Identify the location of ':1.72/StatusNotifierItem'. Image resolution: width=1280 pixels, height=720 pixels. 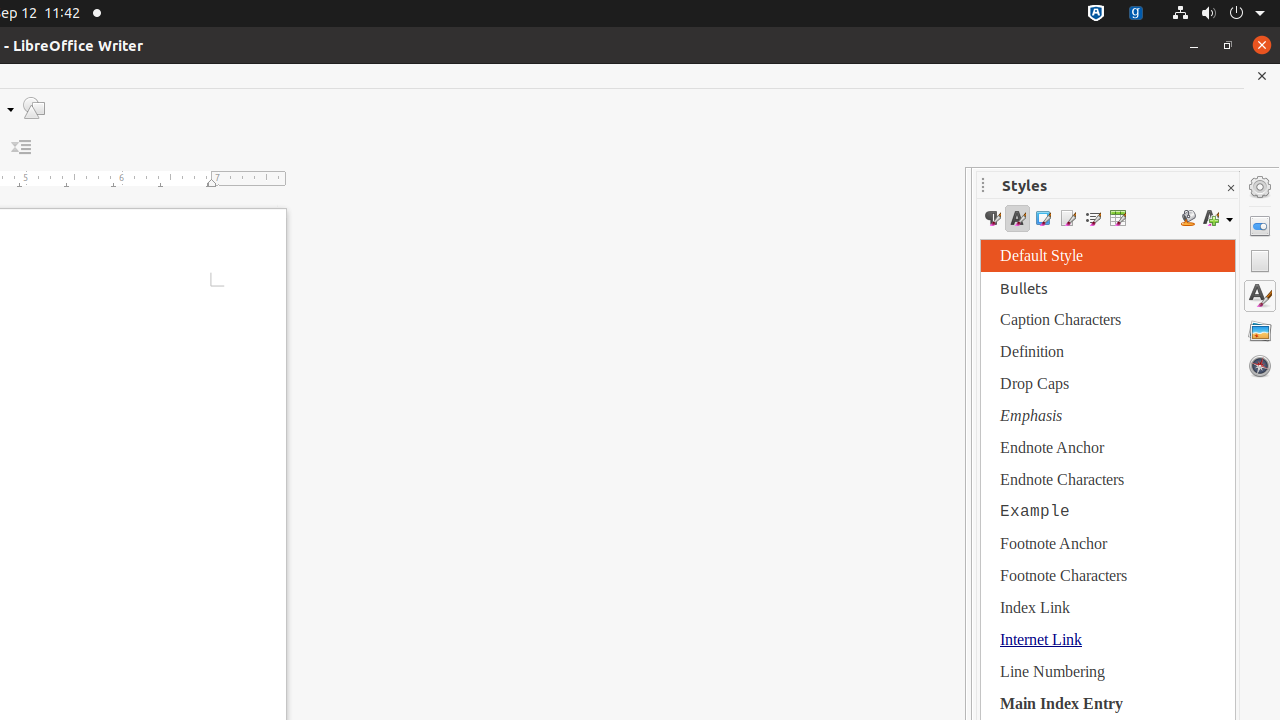
(1094, 13).